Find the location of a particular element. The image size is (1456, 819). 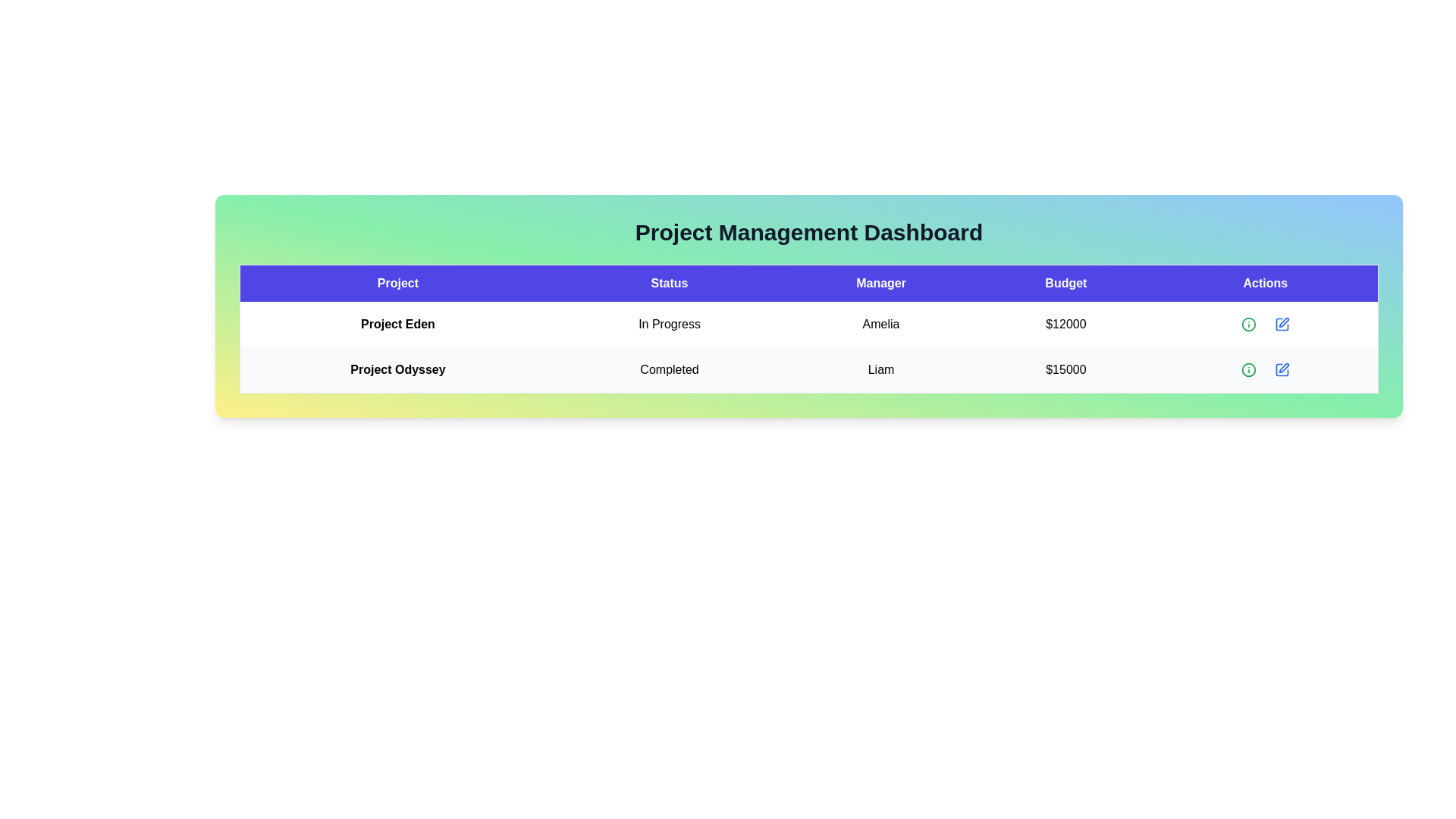

the first row of the project details table displaying 'Project Eden', 'In Progress', 'Amelia', and '$12000' is located at coordinates (808, 324).